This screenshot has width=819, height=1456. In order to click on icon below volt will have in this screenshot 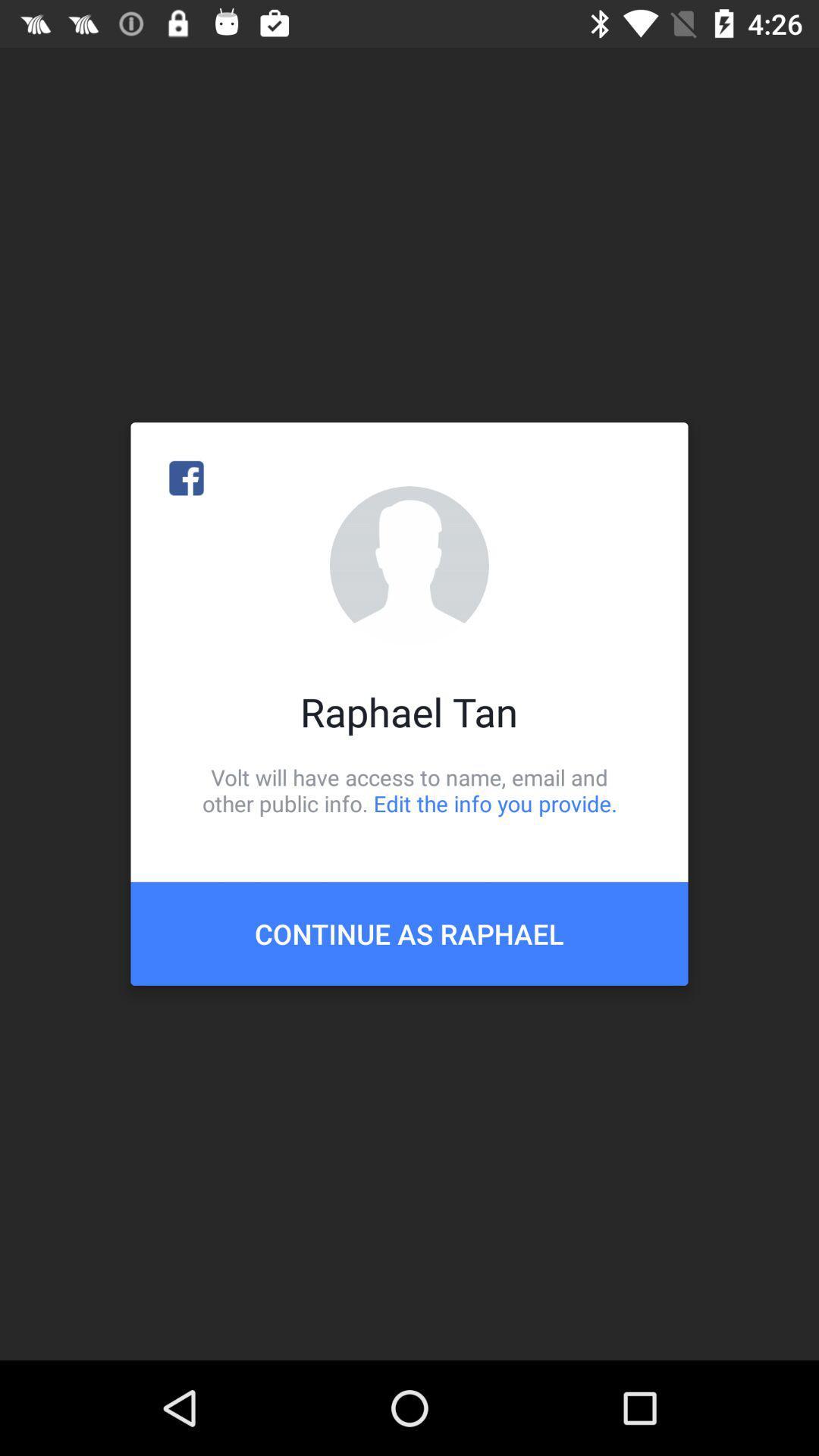, I will do `click(409, 933)`.